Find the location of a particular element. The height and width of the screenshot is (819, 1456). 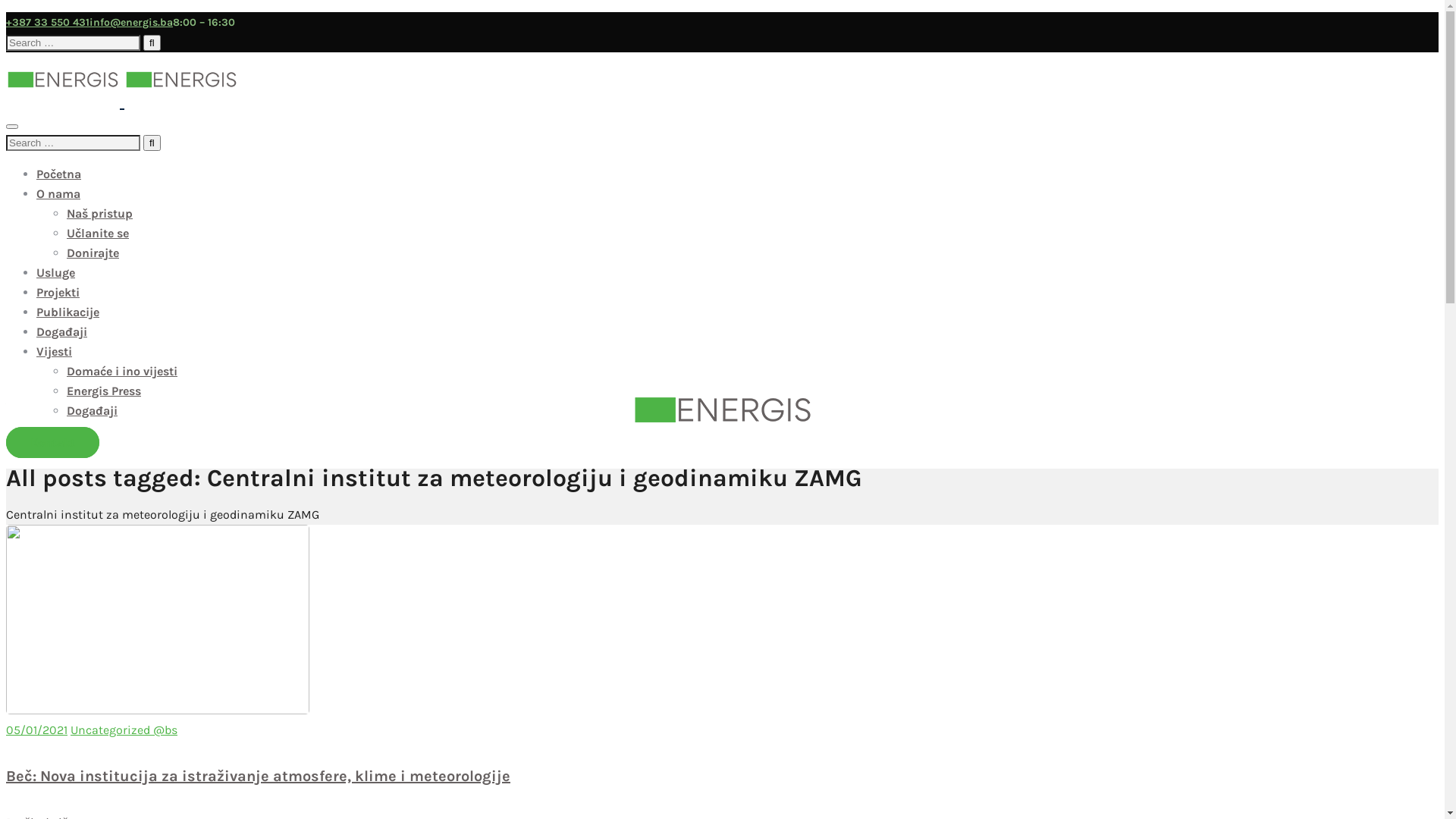

'Donirajte' is located at coordinates (92, 252).